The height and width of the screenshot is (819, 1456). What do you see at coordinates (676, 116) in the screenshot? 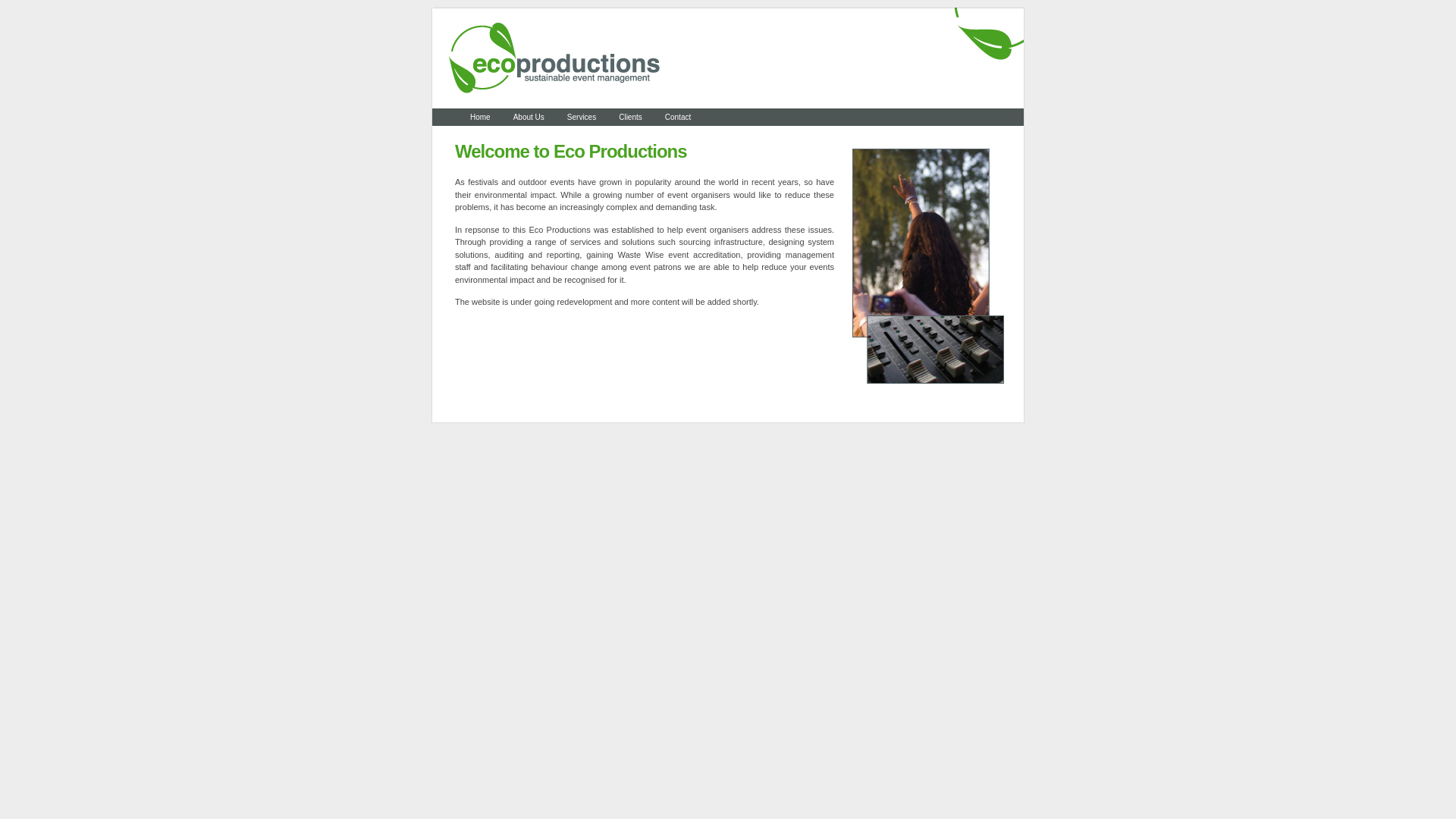
I see `'Contact'` at bounding box center [676, 116].